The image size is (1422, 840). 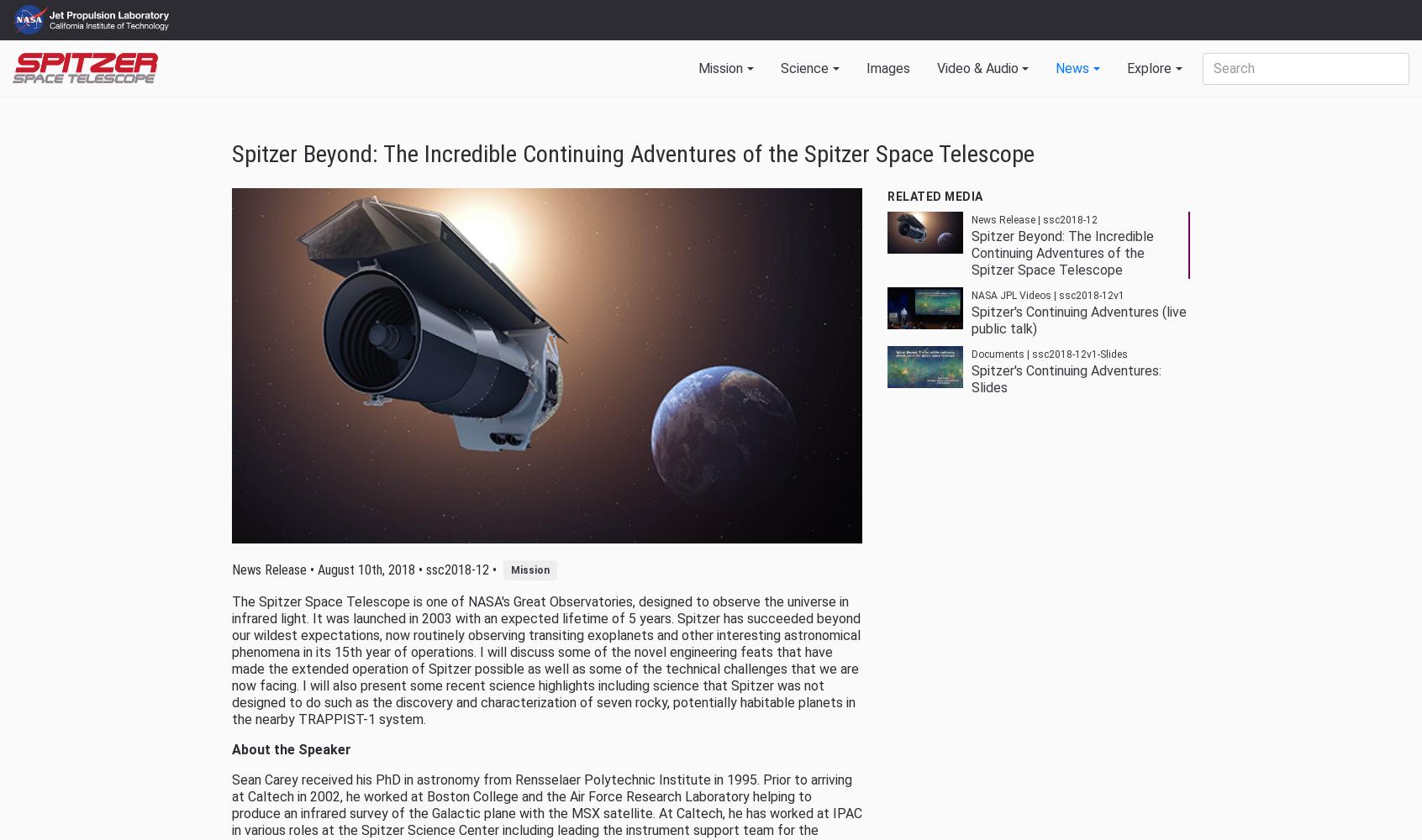 What do you see at coordinates (366, 569) in the screenshot?
I see `'News Release
•
 August 10th, 2018
•
ssc2018-12
•'` at bounding box center [366, 569].